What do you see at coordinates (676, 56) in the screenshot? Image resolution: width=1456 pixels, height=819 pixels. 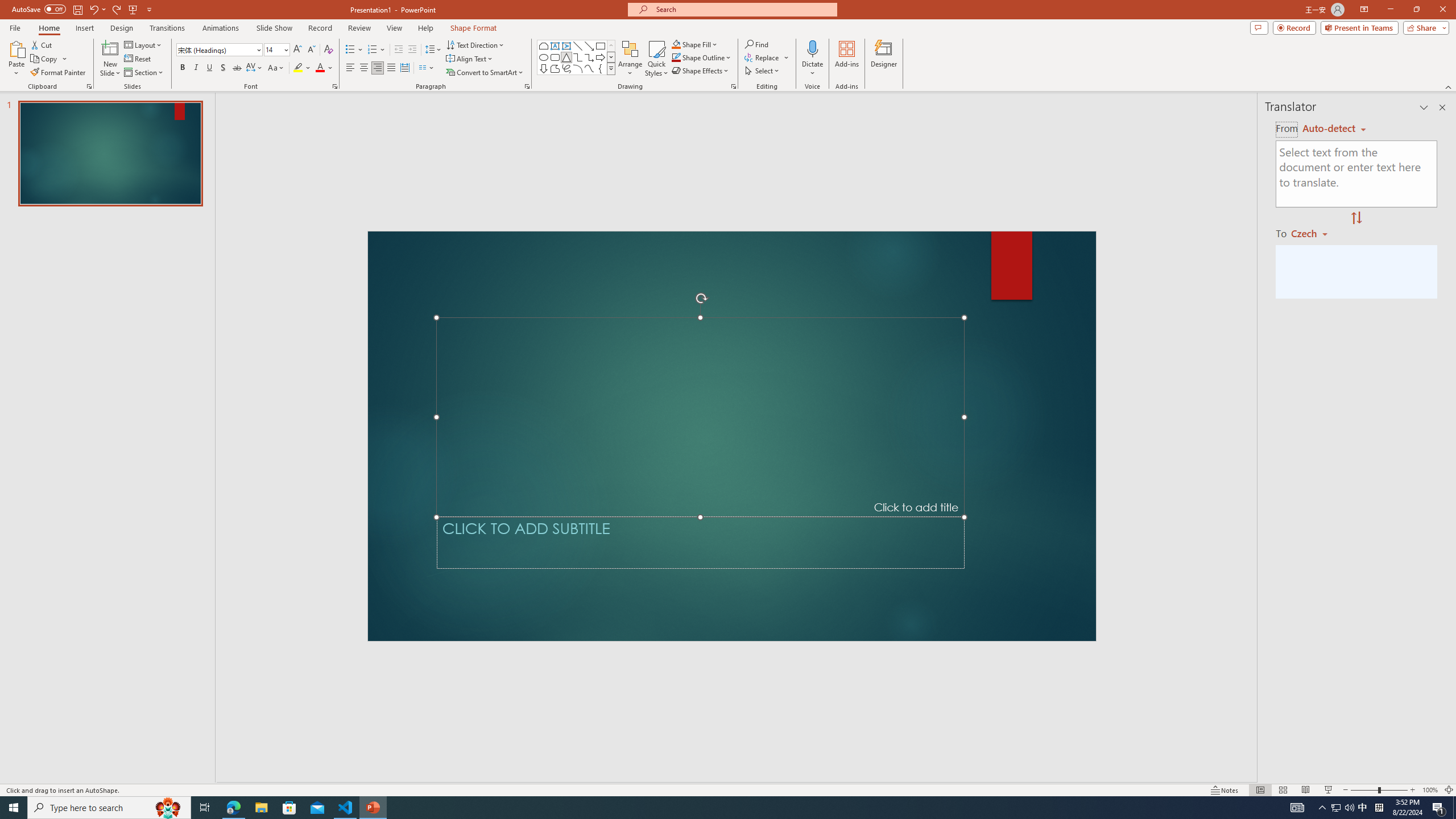 I see `'Shape Outline Blue, Accent 1'` at bounding box center [676, 56].